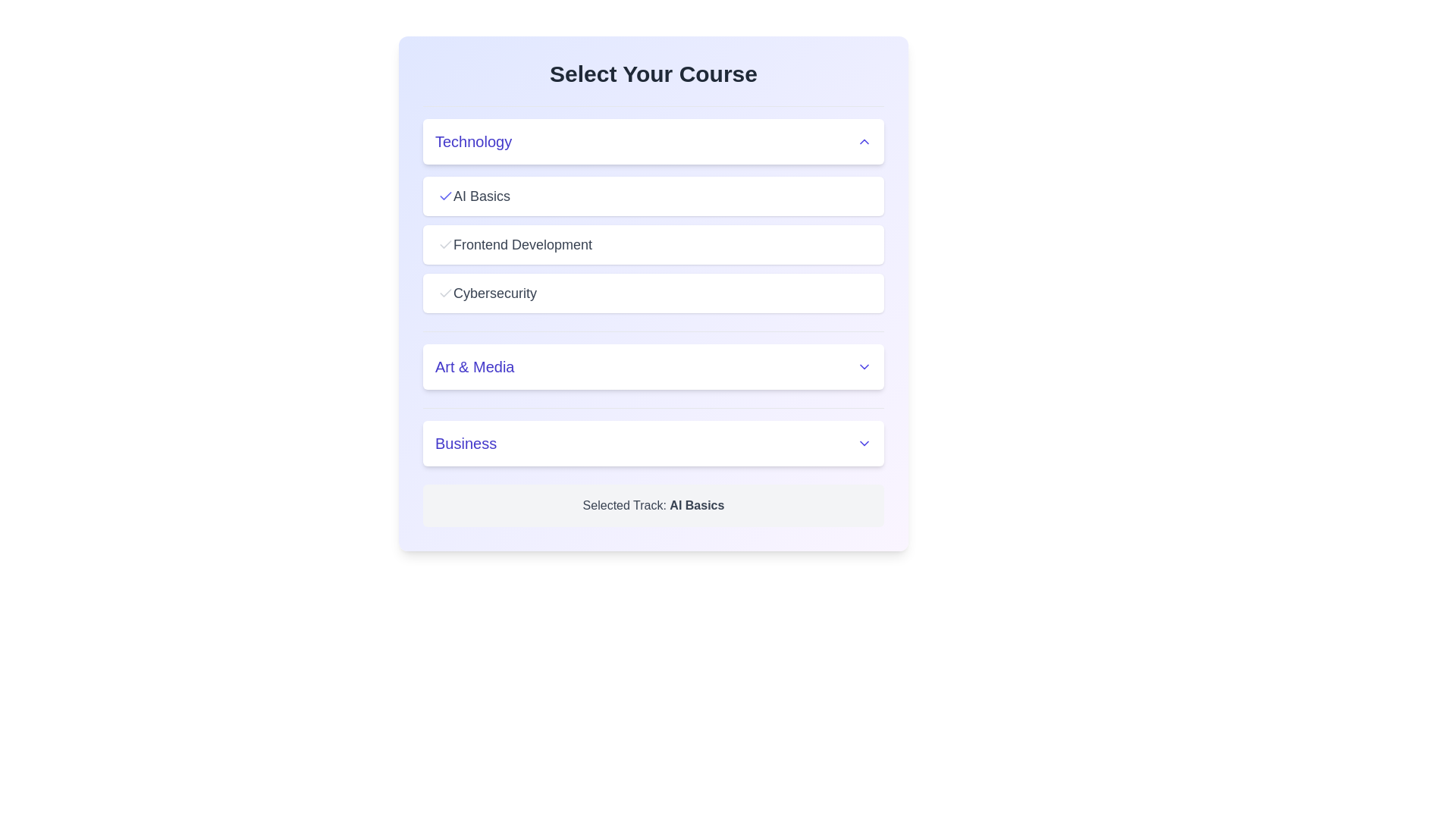 The height and width of the screenshot is (819, 1456). I want to click on the interactive list group in the 'Technology' category, so click(654, 209).